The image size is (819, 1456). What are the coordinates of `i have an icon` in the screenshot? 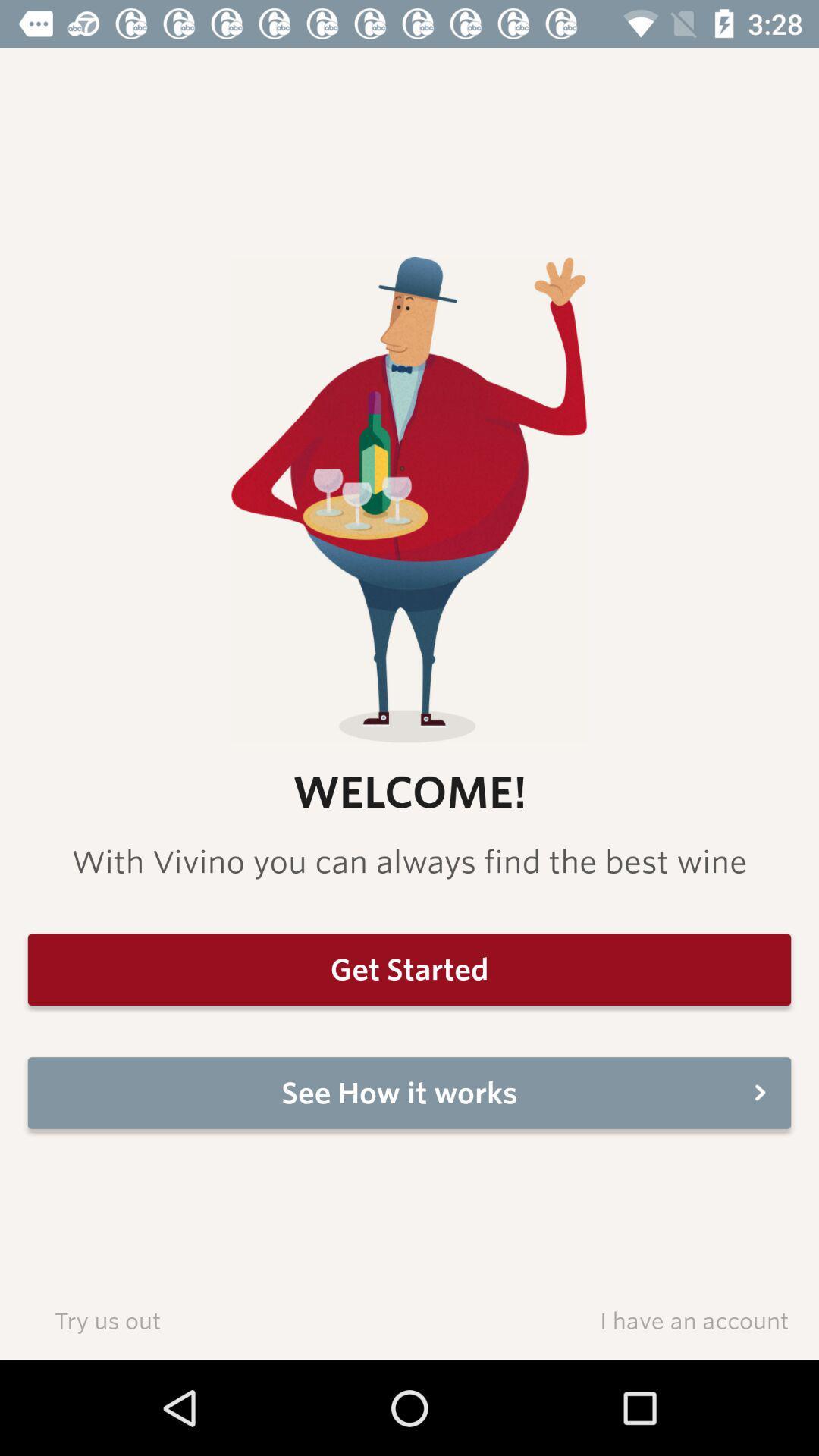 It's located at (694, 1319).